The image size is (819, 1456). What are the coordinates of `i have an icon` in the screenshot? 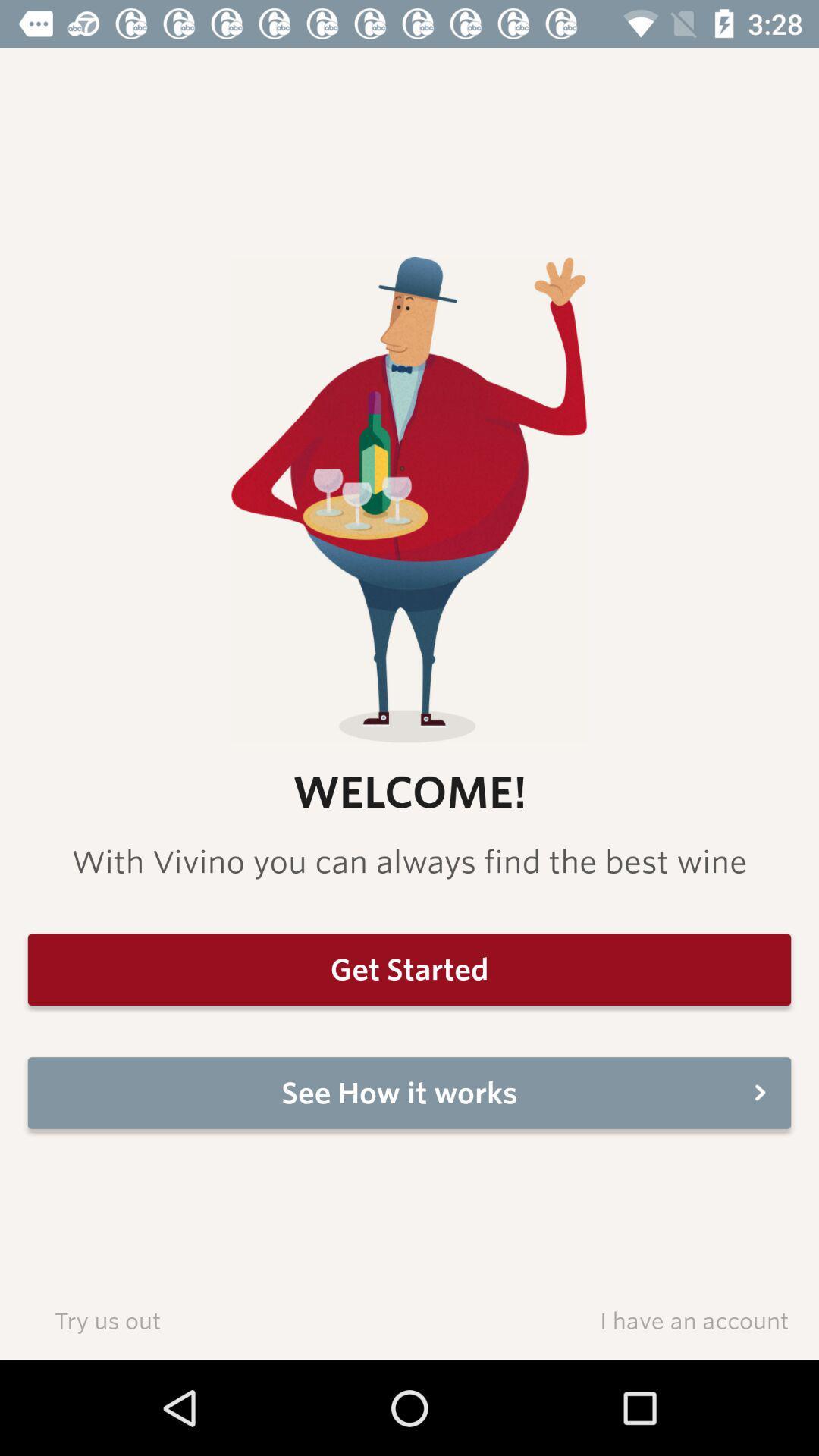 It's located at (694, 1319).